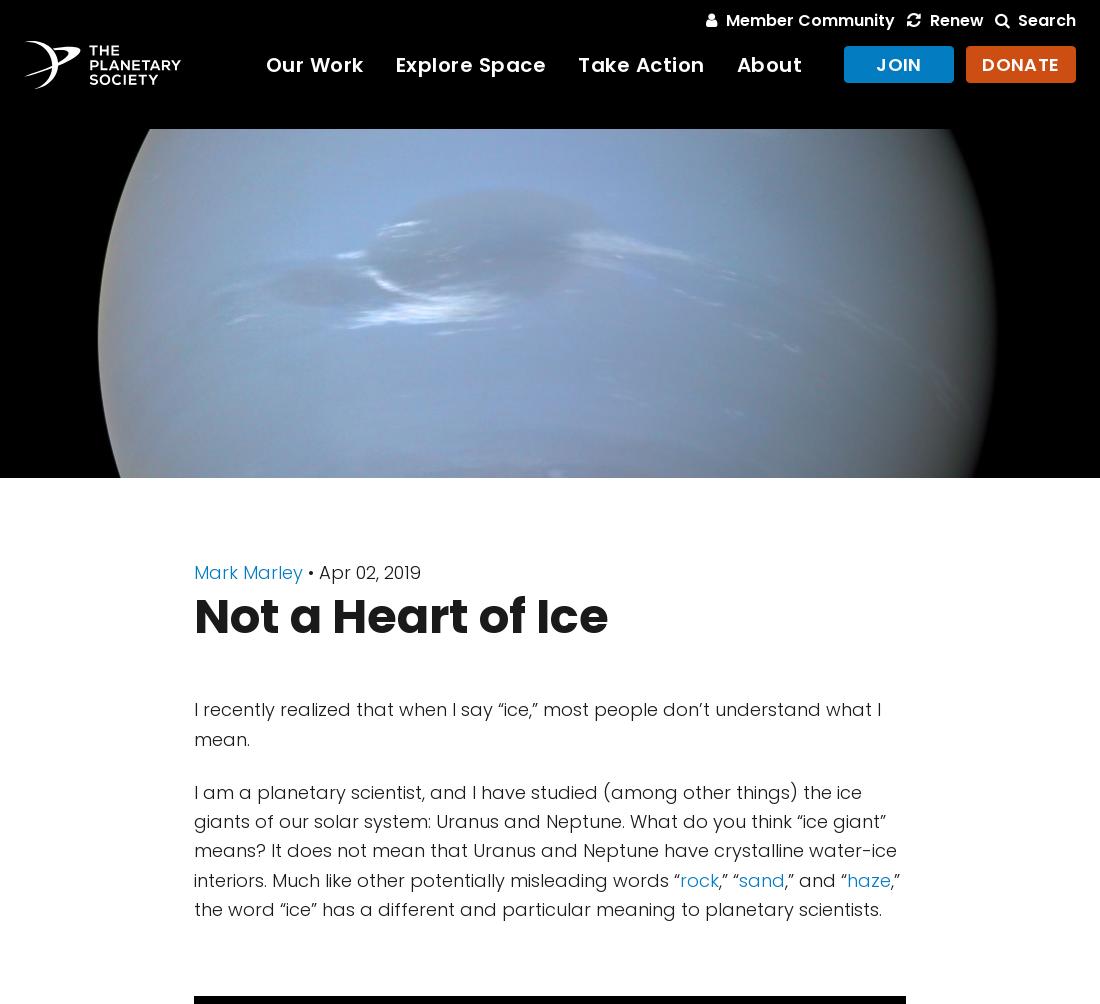 The height and width of the screenshot is (1004, 1100). What do you see at coordinates (727, 878) in the screenshot?
I see `',” “'` at bounding box center [727, 878].